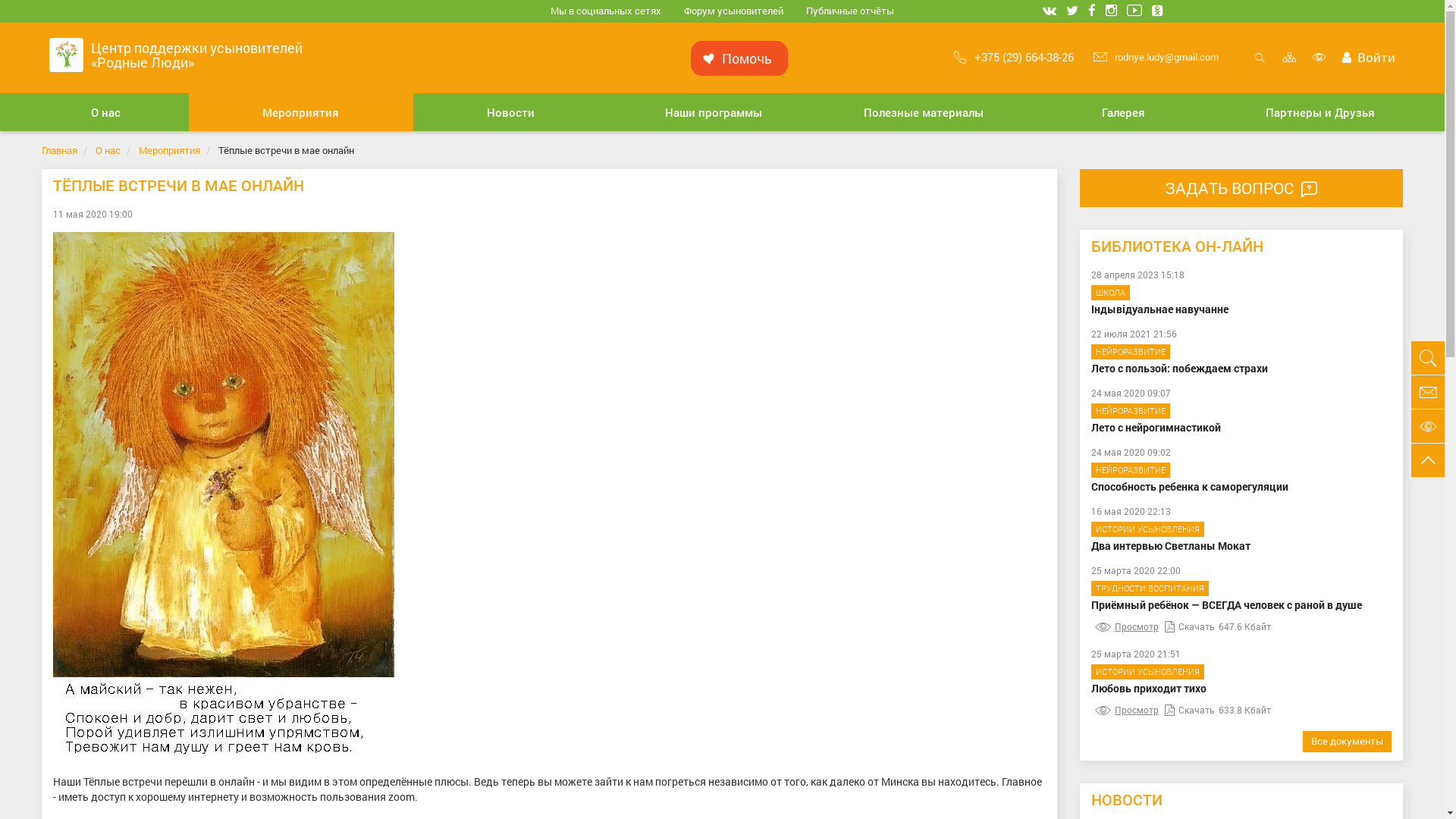 This screenshot has height=819, width=1456. What do you see at coordinates (1155, 55) in the screenshot?
I see `'rodnye.ludy@gmail.com'` at bounding box center [1155, 55].